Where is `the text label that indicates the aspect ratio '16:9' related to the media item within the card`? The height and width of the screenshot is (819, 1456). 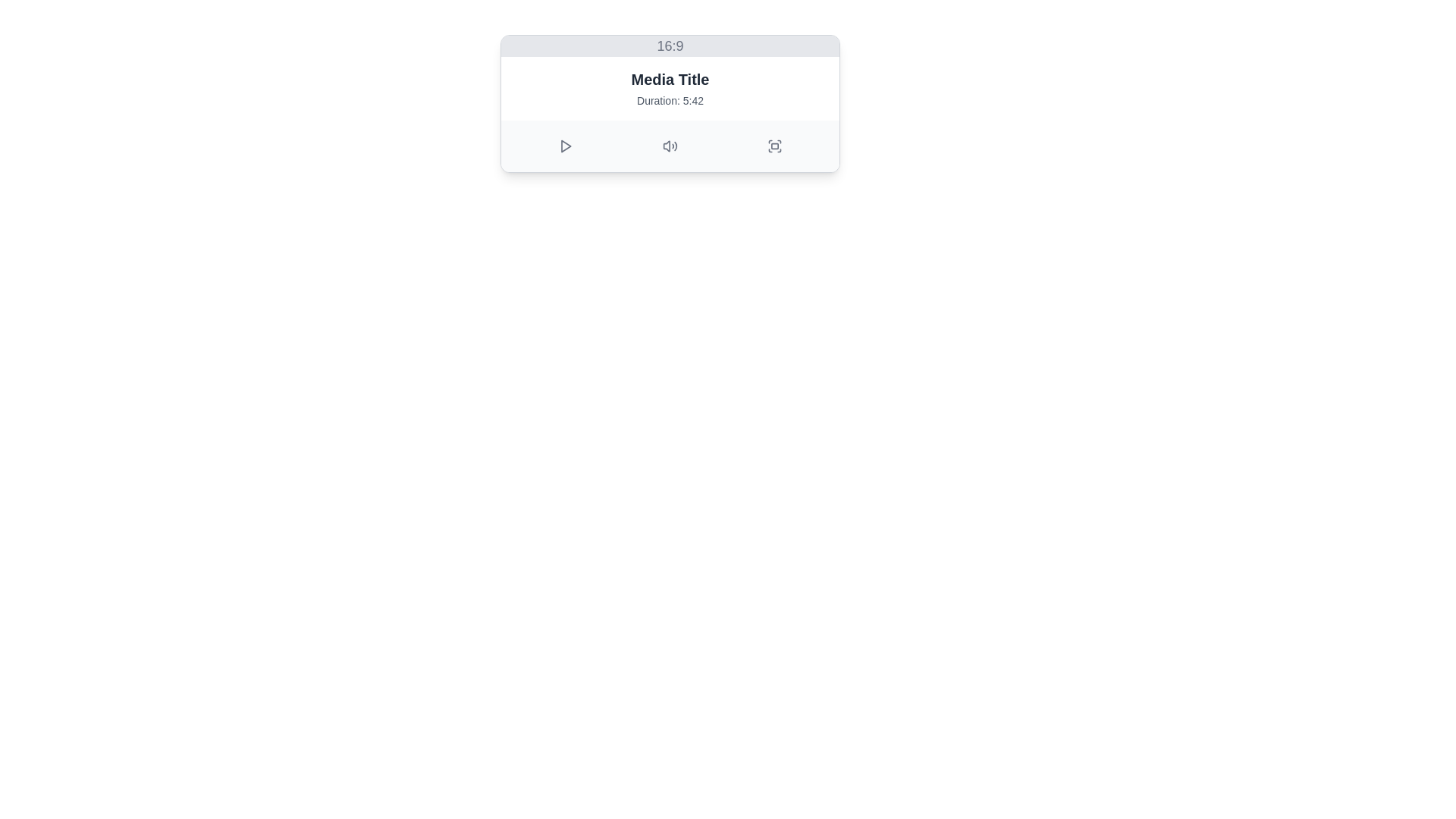
the text label that indicates the aspect ratio '16:9' related to the media item within the card is located at coordinates (669, 45).